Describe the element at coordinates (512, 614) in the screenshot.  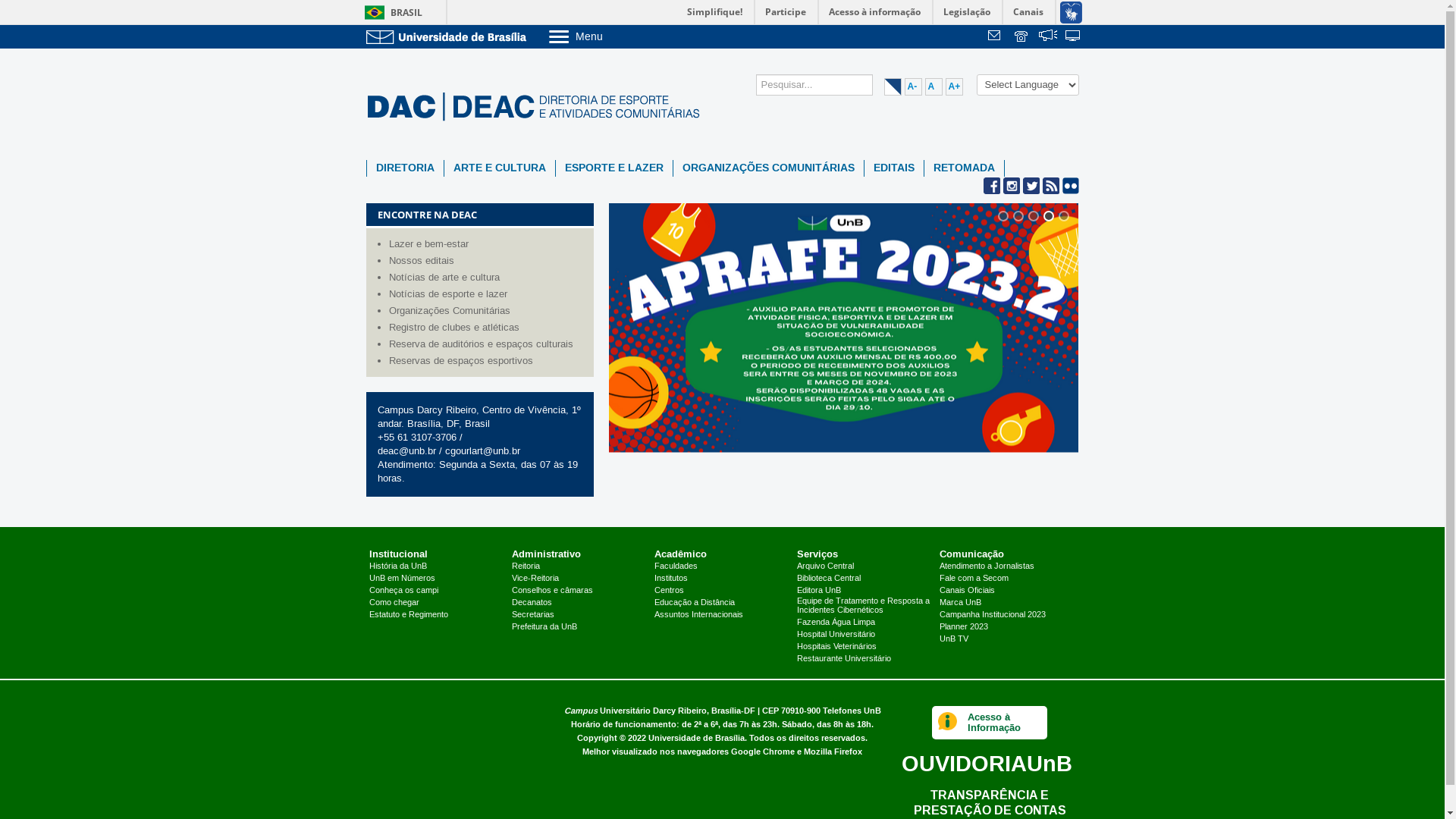
I see `'Secretarias'` at that location.